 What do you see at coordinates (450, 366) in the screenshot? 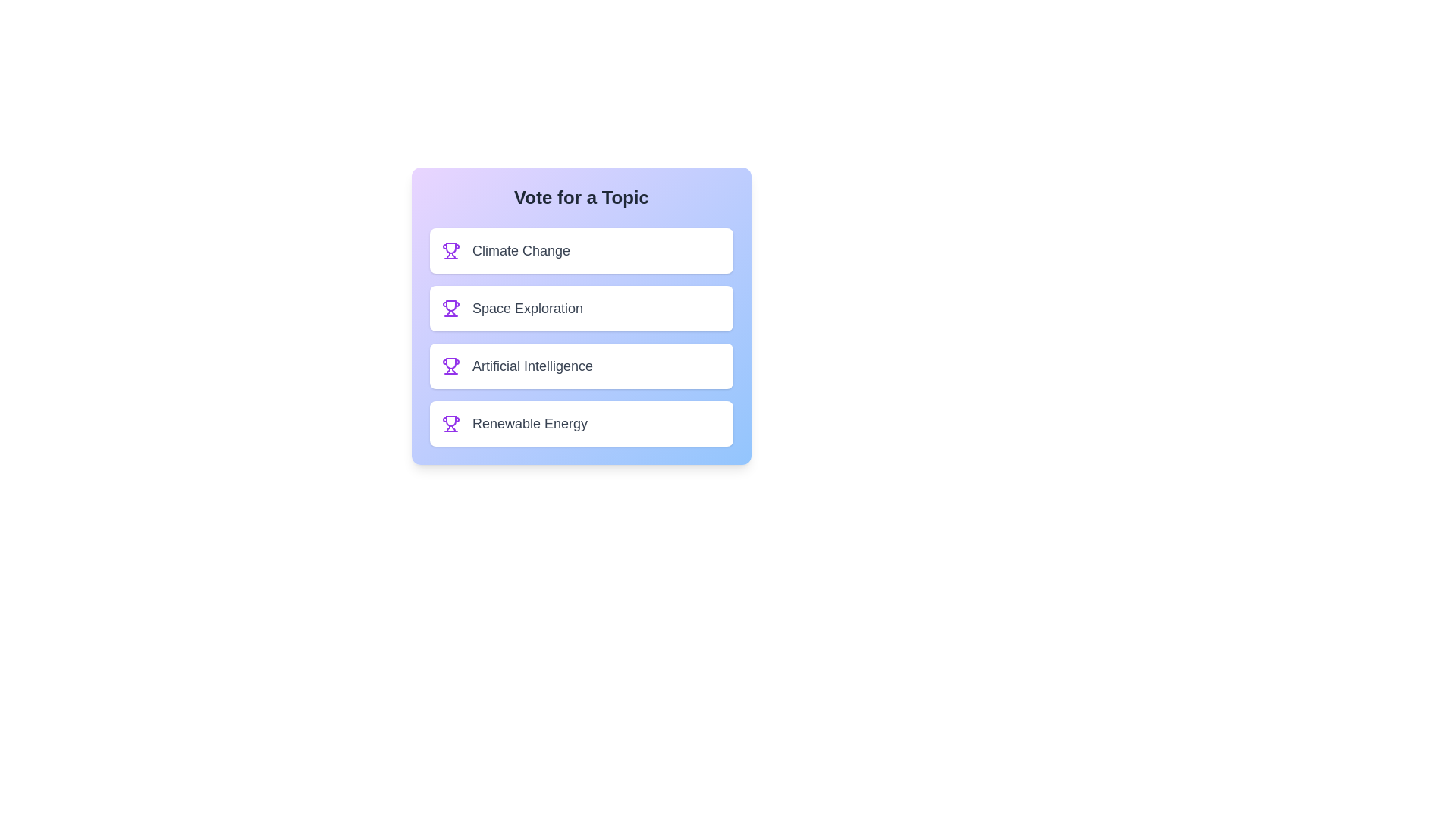
I see `the trophy icon that symbolizes achievement related to the 'Artificial Intelligence' option in the 'Vote for a Topic' panel` at bounding box center [450, 366].